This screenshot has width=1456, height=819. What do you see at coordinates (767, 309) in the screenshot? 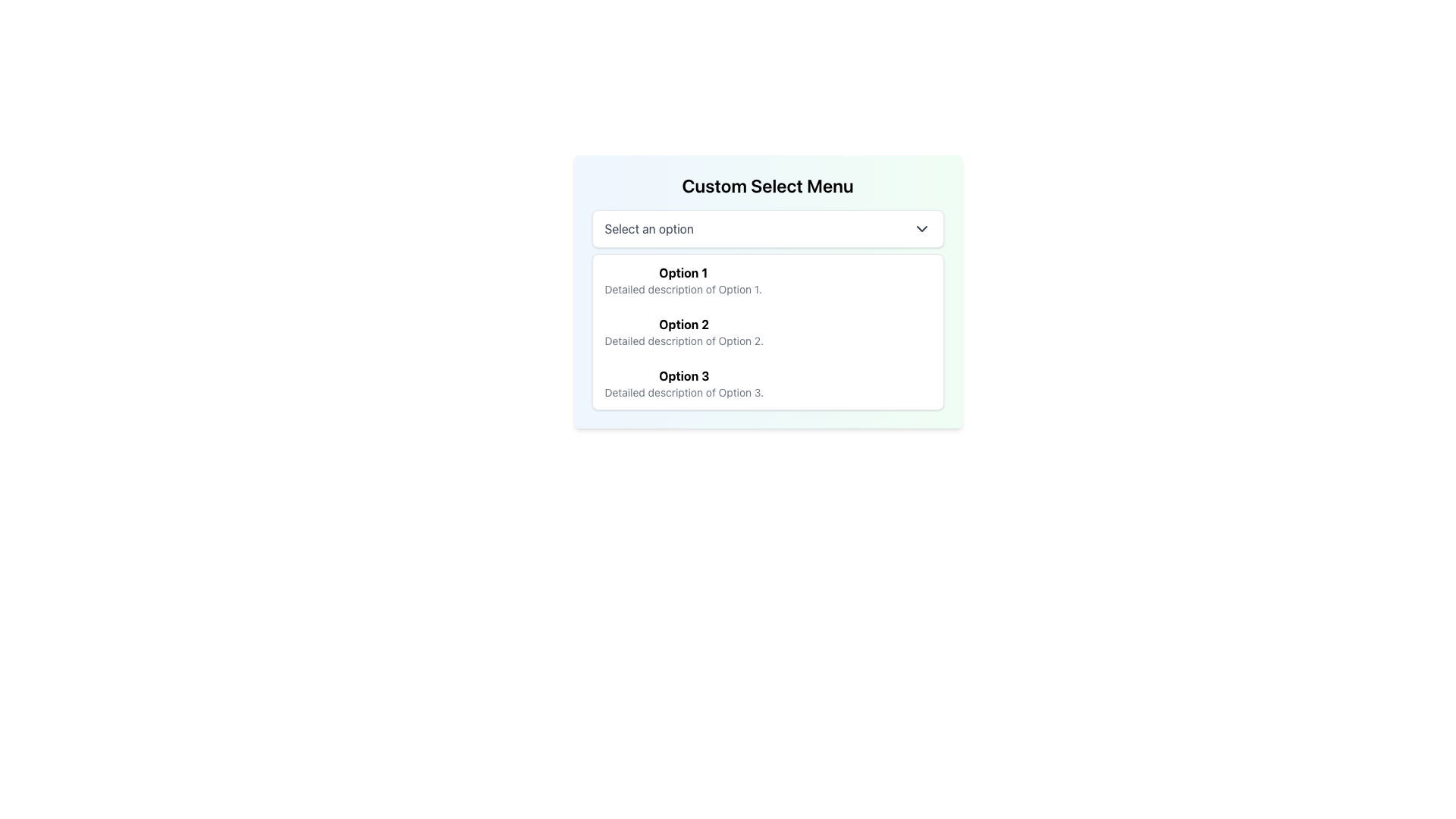
I see `to select the dropdown menu option labeled 'Option 2' with a description below it` at bounding box center [767, 309].